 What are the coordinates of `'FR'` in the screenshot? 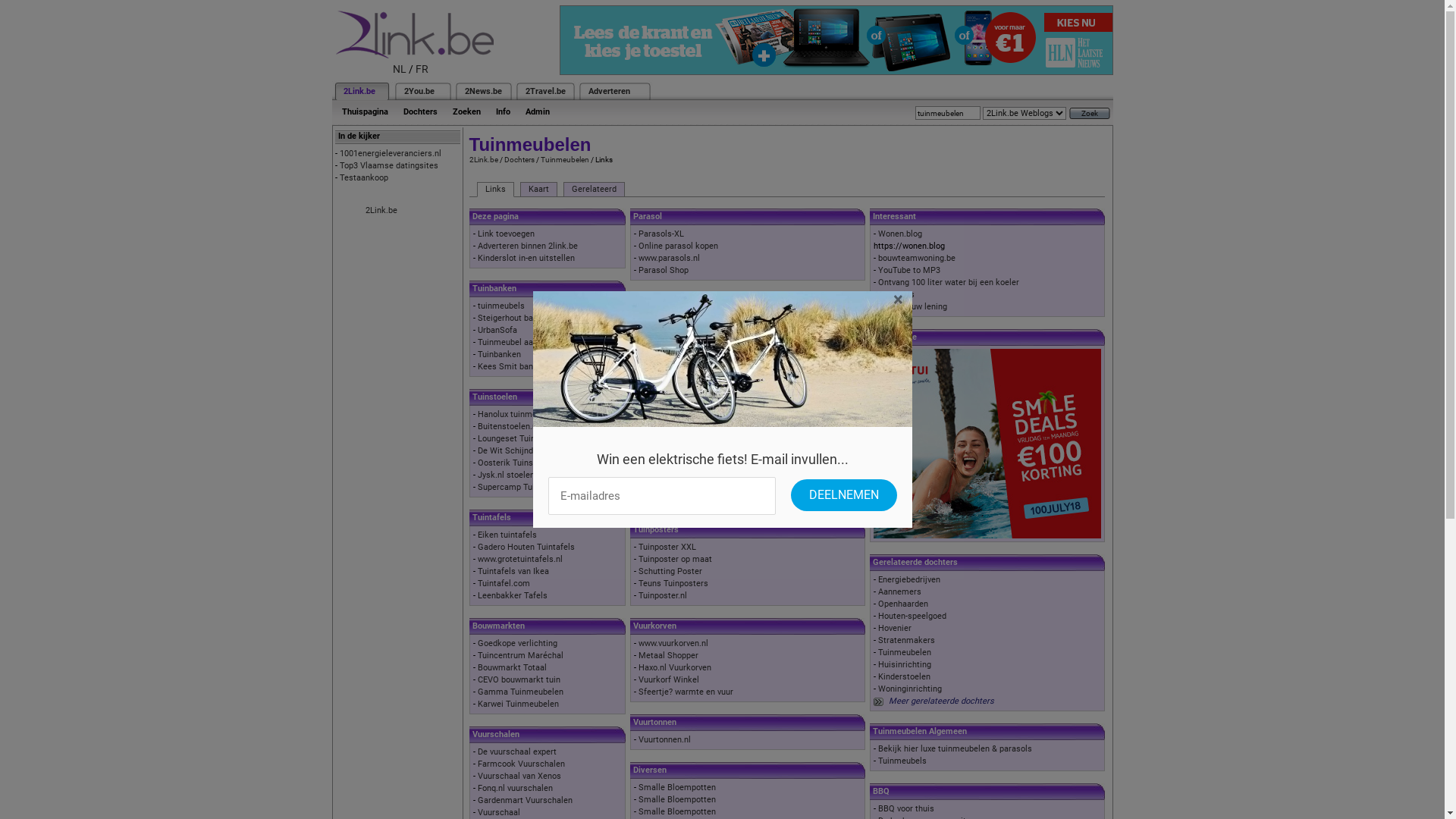 It's located at (422, 69).